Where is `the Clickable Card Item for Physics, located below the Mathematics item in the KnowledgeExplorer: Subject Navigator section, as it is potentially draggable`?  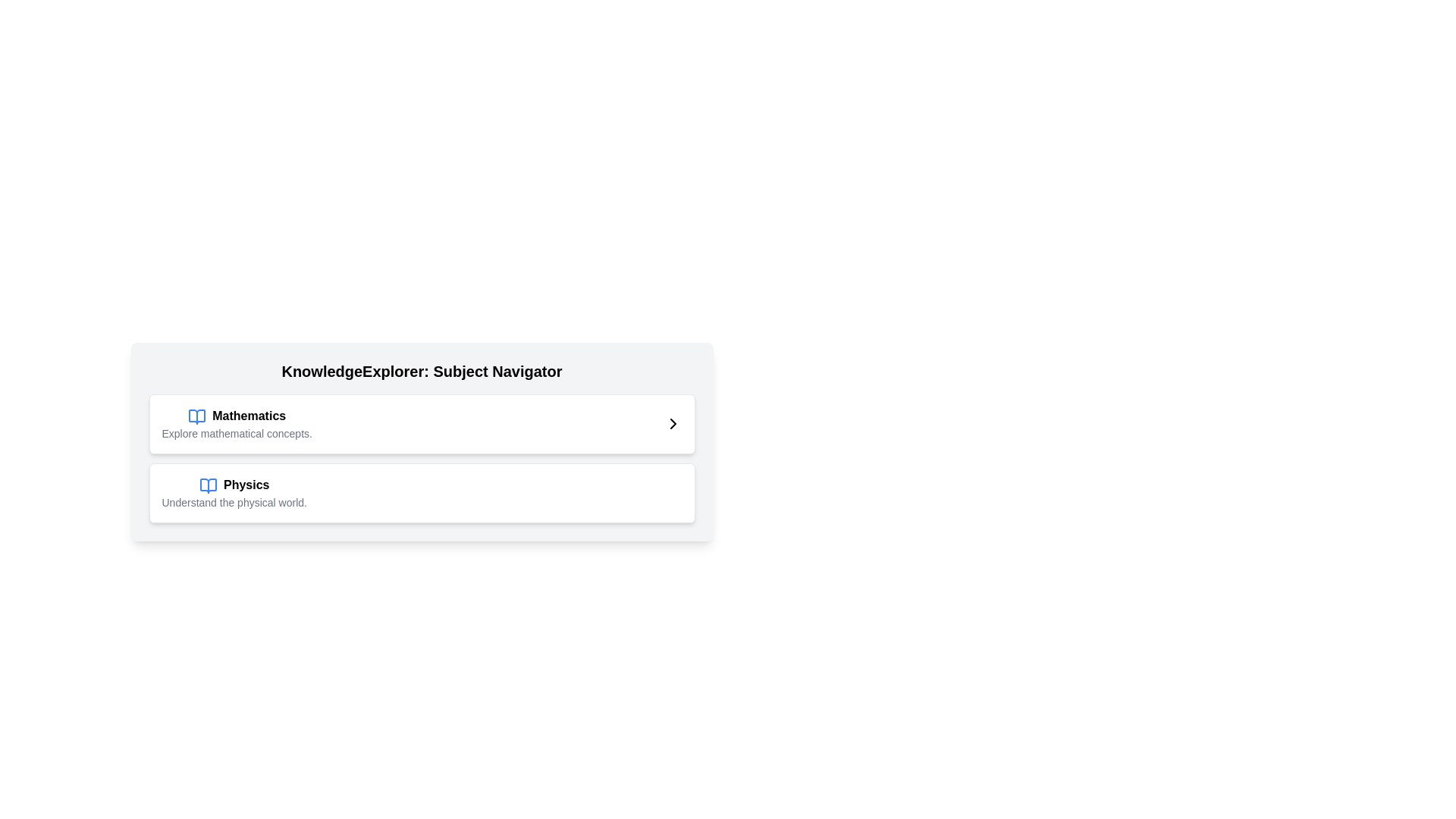 the Clickable Card Item for Physics, located below the Mathematics item in the KnowledgeExplorer: Subject Navigator section, as it is potentially draggable is located at coordinates (422, 493).